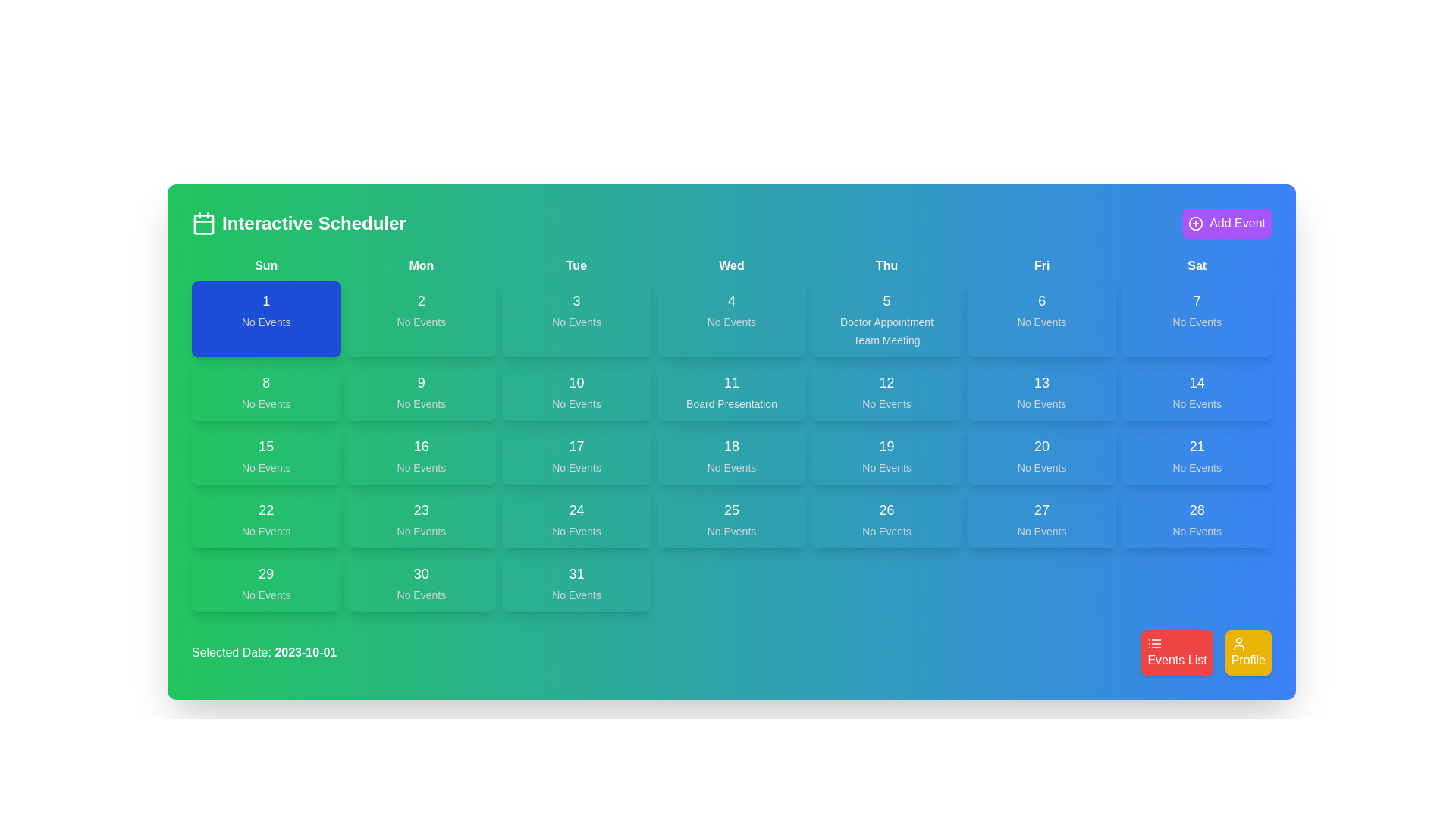  What do you see at coordinates (1196, 318) in the screenshot?
I see `the Calendar day cell displaying the number '7' with a light blue background and the text 'No Events' underneath, located under the 'Sat' heading in the seventh column of the calendar grid` at bounding box center [1196, 318].